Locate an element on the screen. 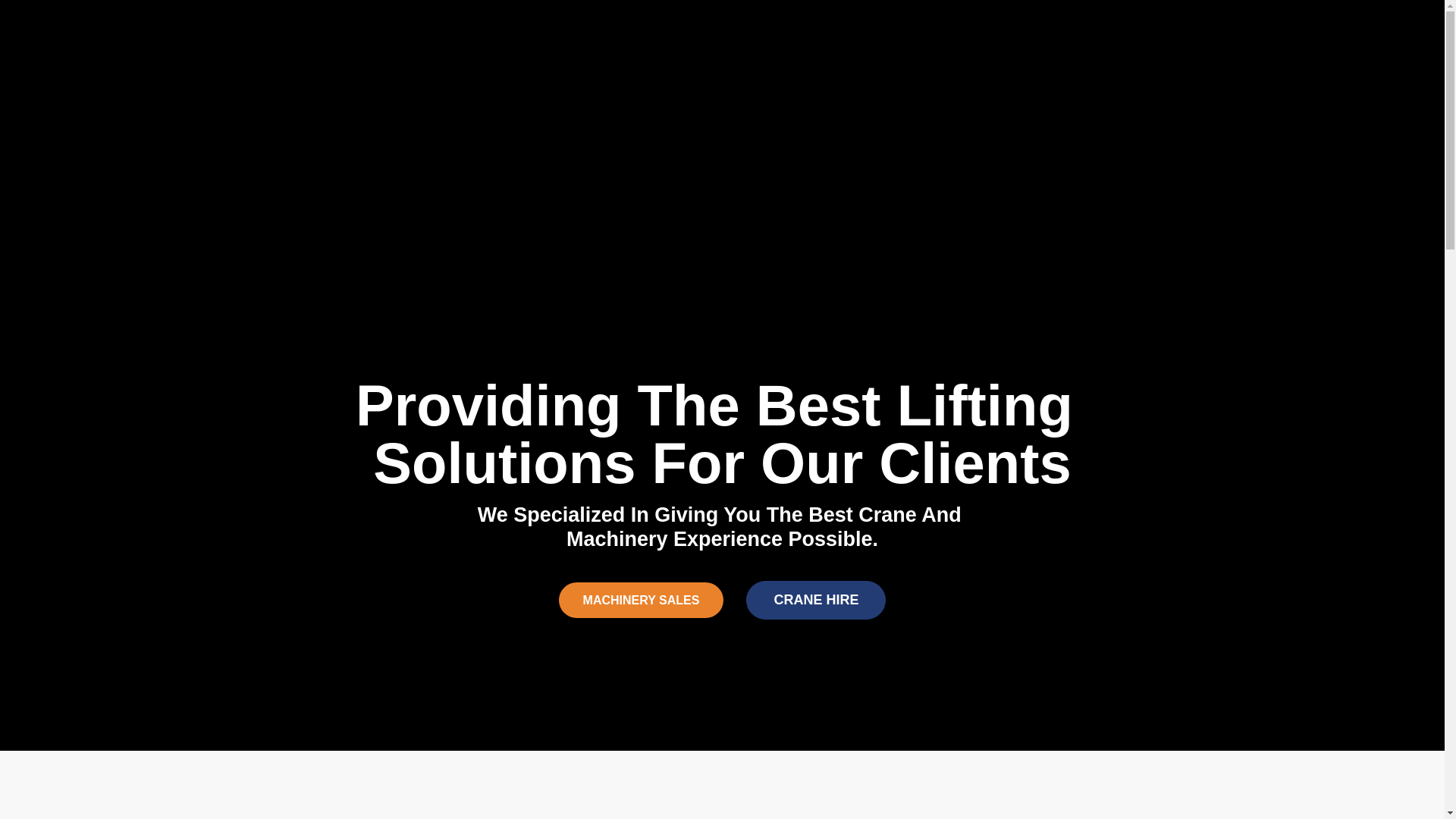  'MACHINERY SALES' is located at coordinates (641, 599).